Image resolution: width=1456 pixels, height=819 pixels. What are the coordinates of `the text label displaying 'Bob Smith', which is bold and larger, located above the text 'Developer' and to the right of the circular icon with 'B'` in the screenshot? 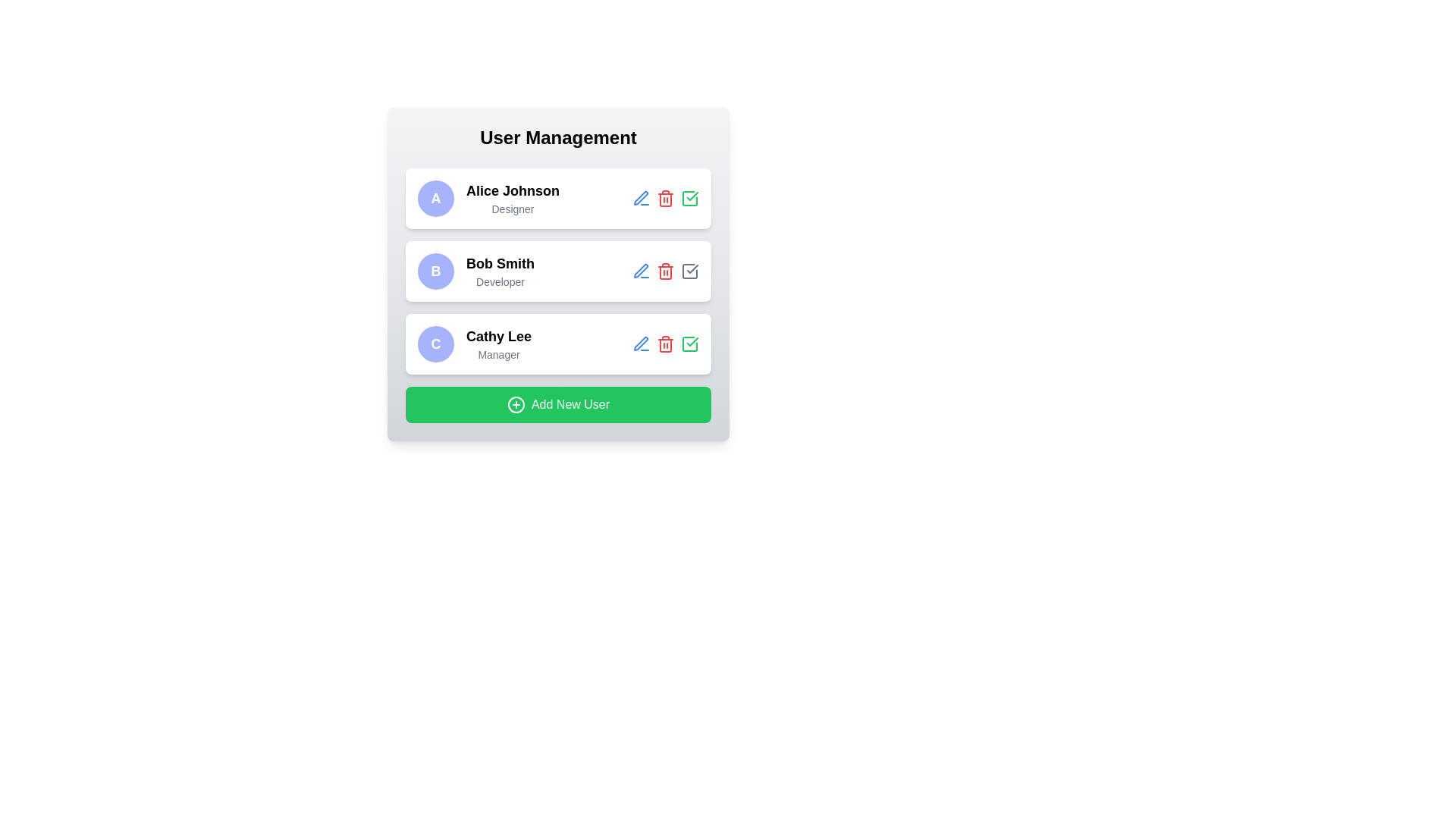 It's located at (500, 262).